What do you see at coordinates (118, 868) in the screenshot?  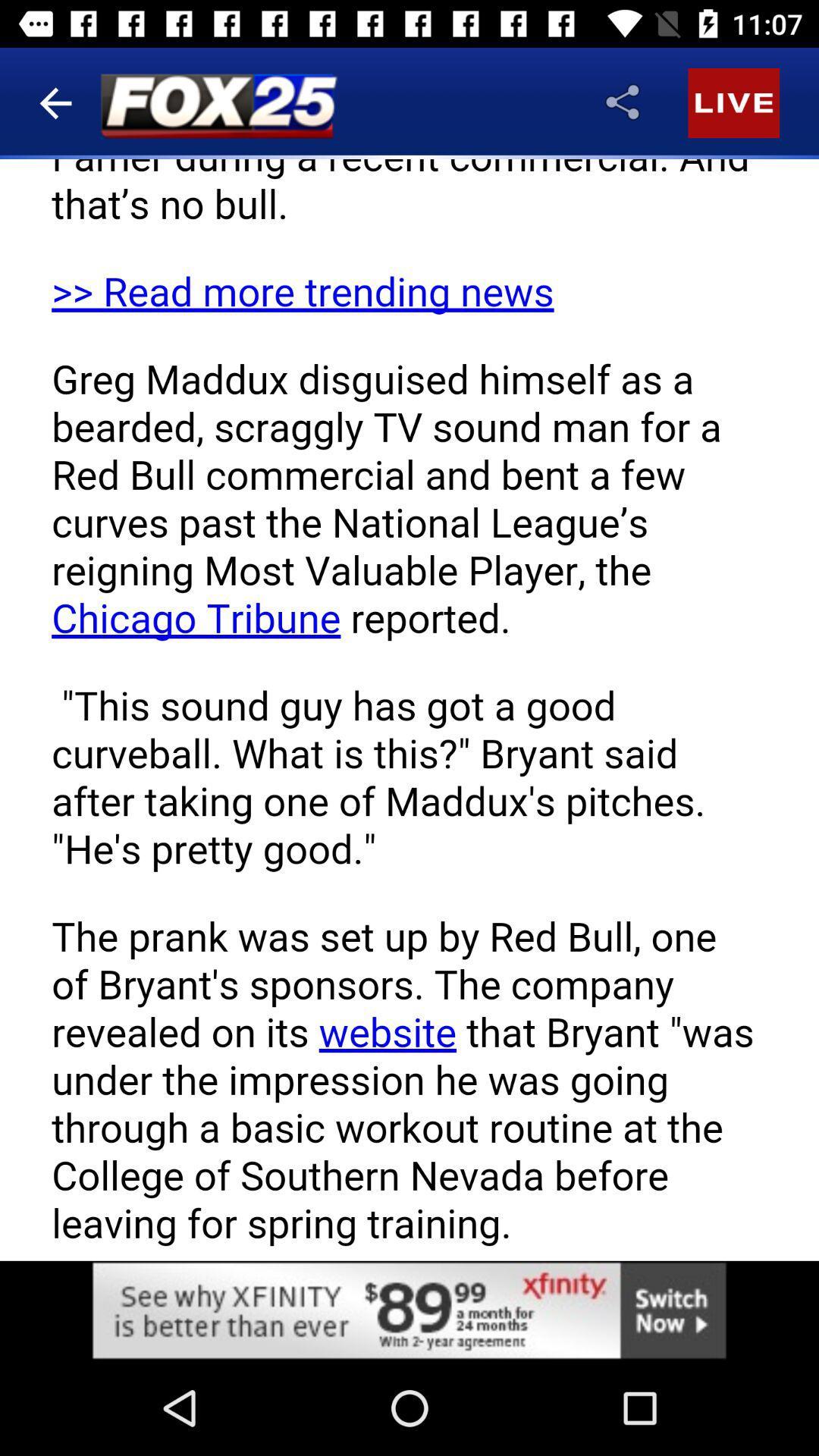 I see `improper tagging` at bounding box center [118, 868].